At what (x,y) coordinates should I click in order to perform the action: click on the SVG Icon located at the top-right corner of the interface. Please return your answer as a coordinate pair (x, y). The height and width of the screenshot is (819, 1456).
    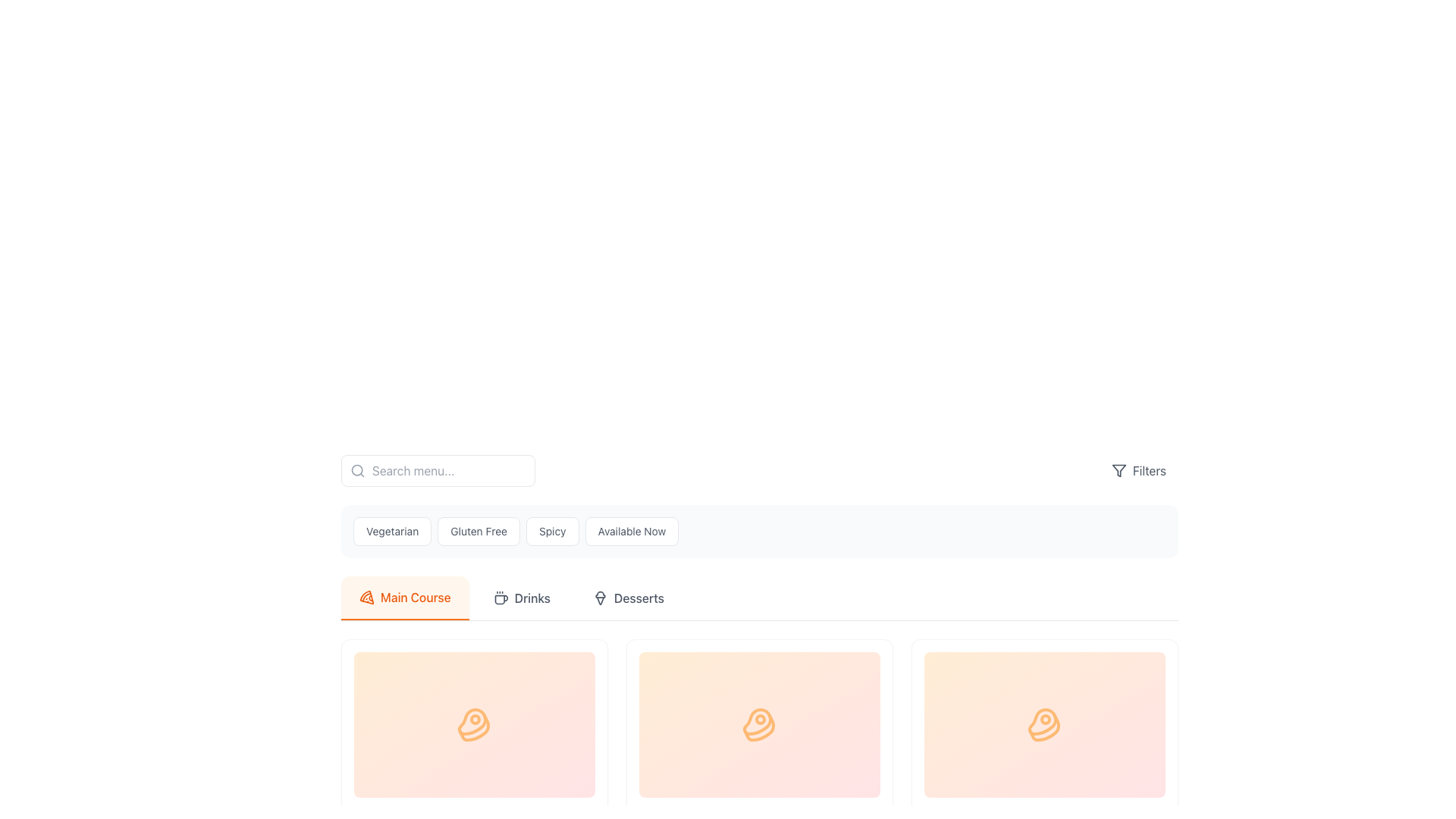
    Looking at the image, I should click on (1119, 470).